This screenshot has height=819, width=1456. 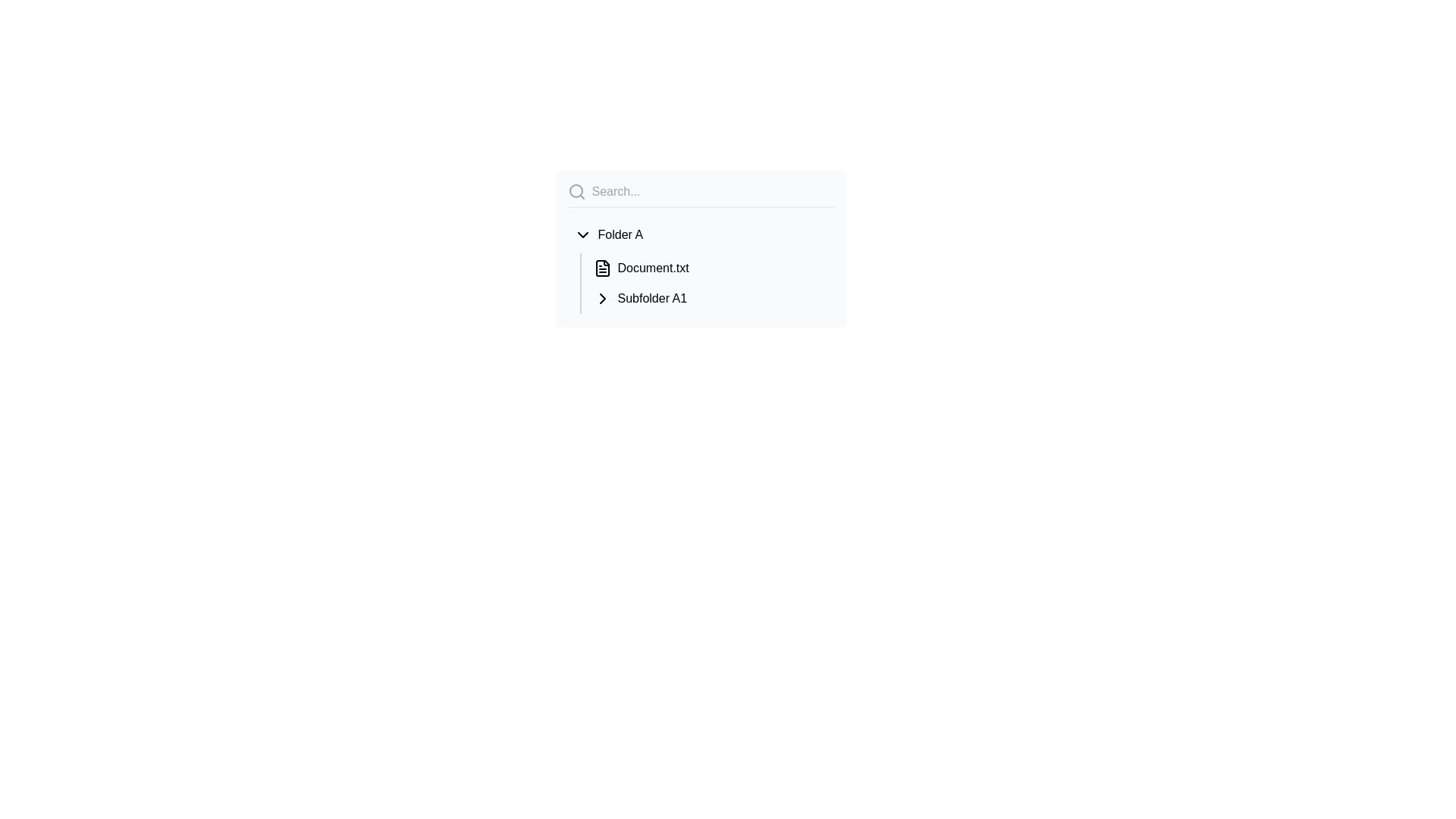 What do you see at coordinates (601, 298) in the screenshot?
I see `the Chevron icon, which serves as a toggle to expand or collapse the 'Subfolder A1' view` at bounding box center [601, 298].